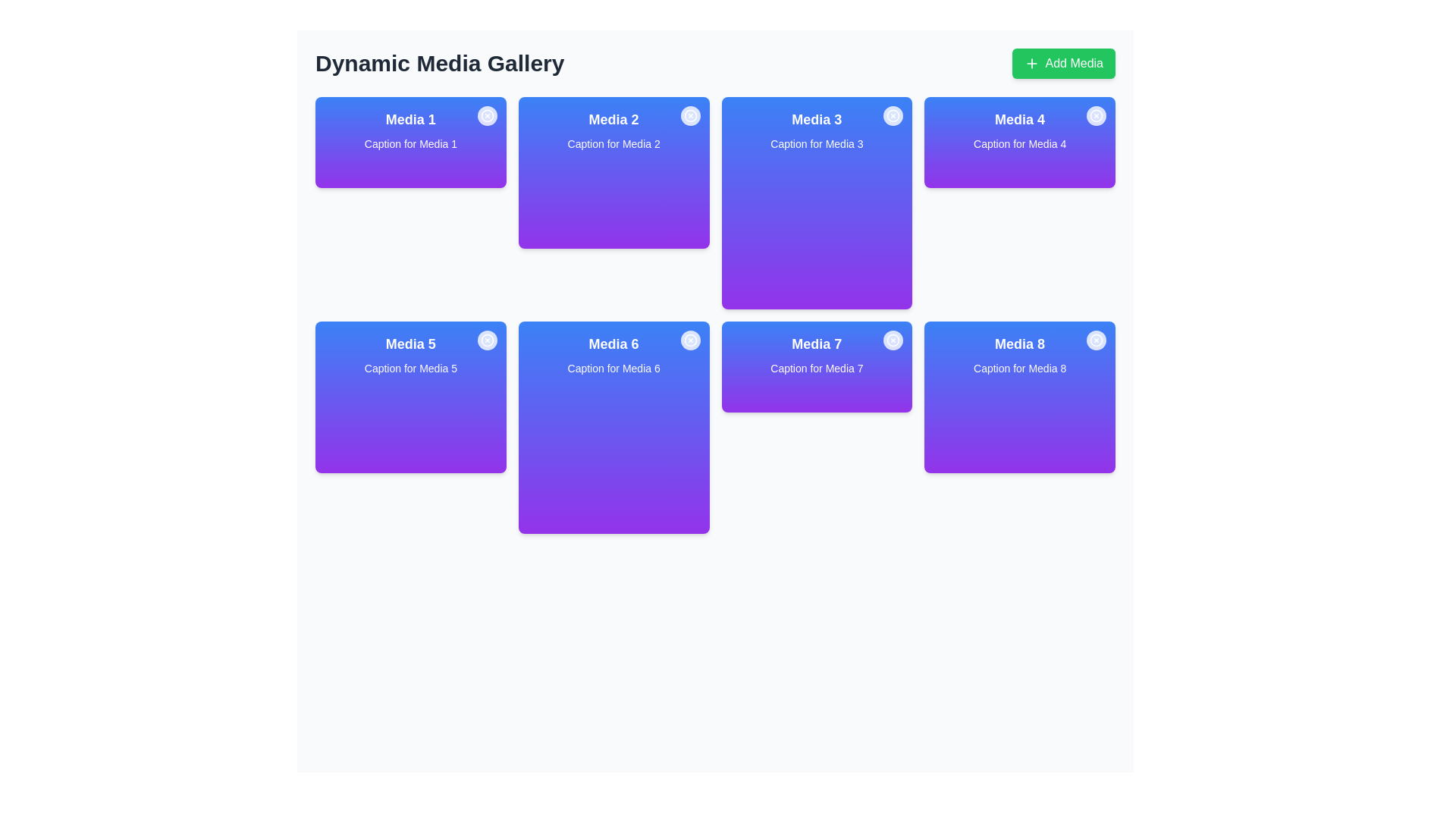  What do you see at coordinates (893, 339) in the screenshot?
I see `the deletion button in the top-right corner of the card labeled 'Media 7'` at bounding box center [893, 339].